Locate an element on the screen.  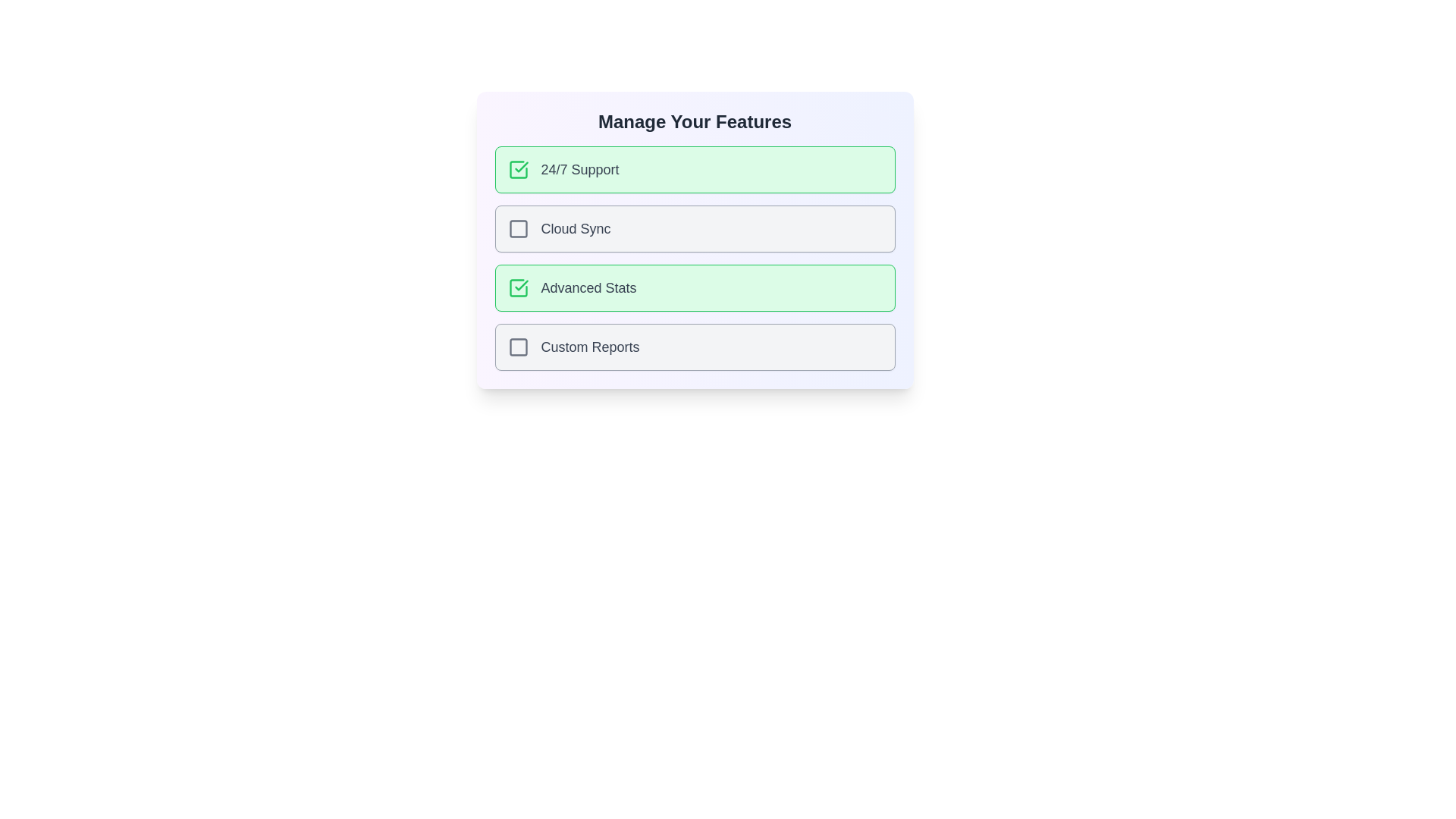
the 'Advanced Stats' text label, which is styled with a medium font size and gray color, located next to a green checkmark in the 'Manage Your Features' section is located at coordinates (588, 288).